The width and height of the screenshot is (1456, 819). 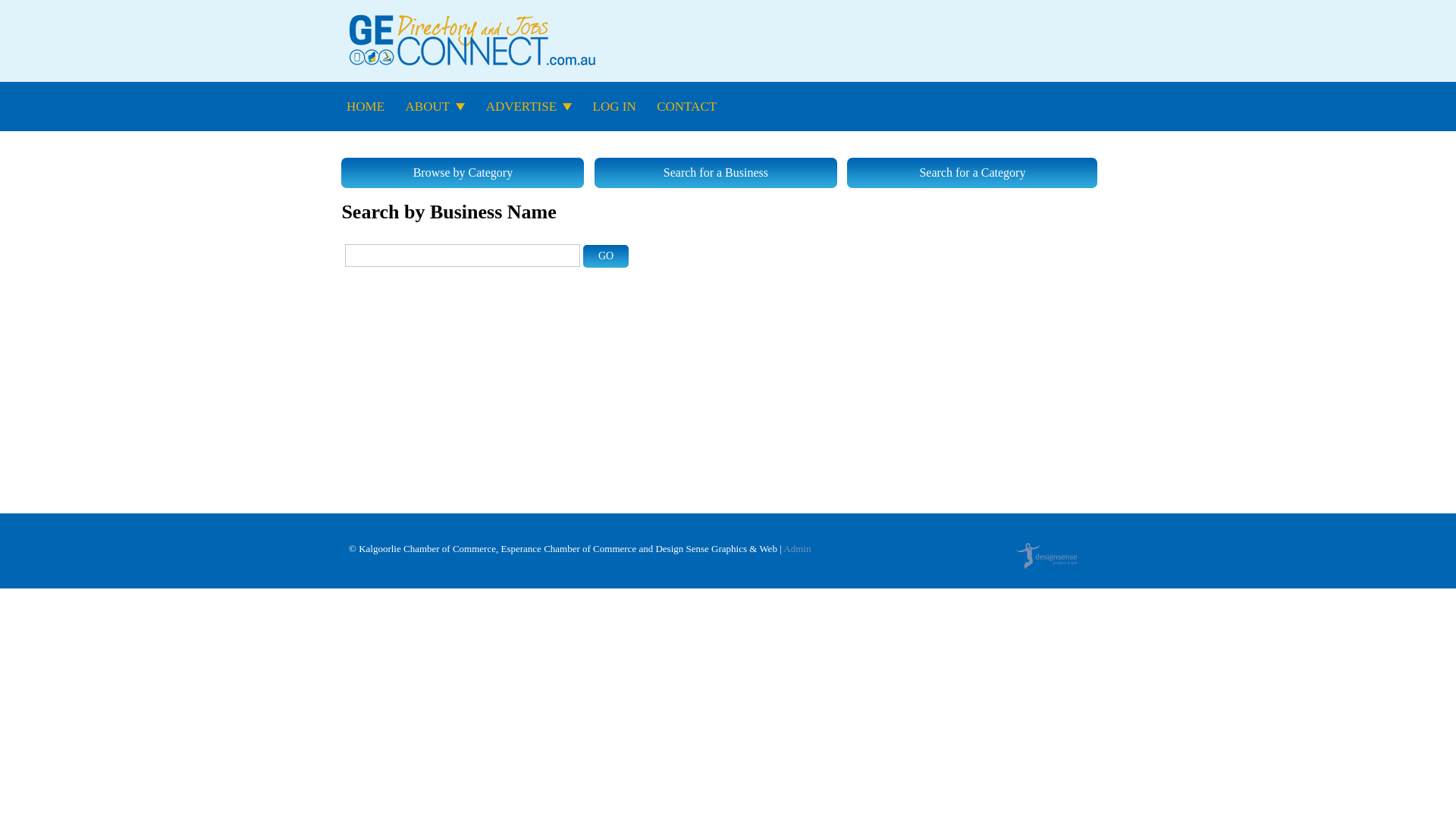 What do you see at coordinates (461, 171) in the screenshot?
I see `'Browse by Category'` at bounding box center [461, 171].